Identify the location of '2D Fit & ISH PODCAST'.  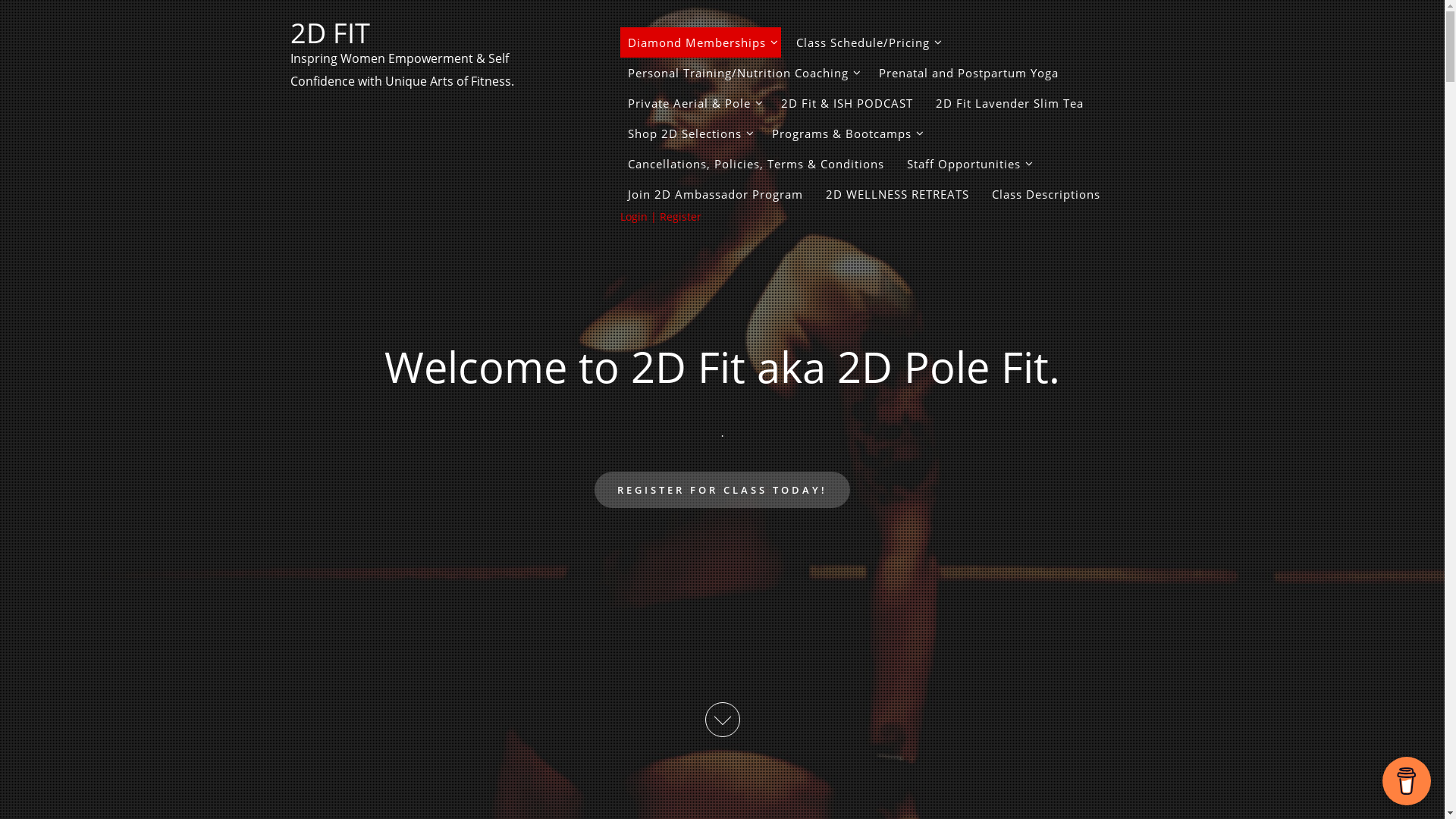
(846, 102).